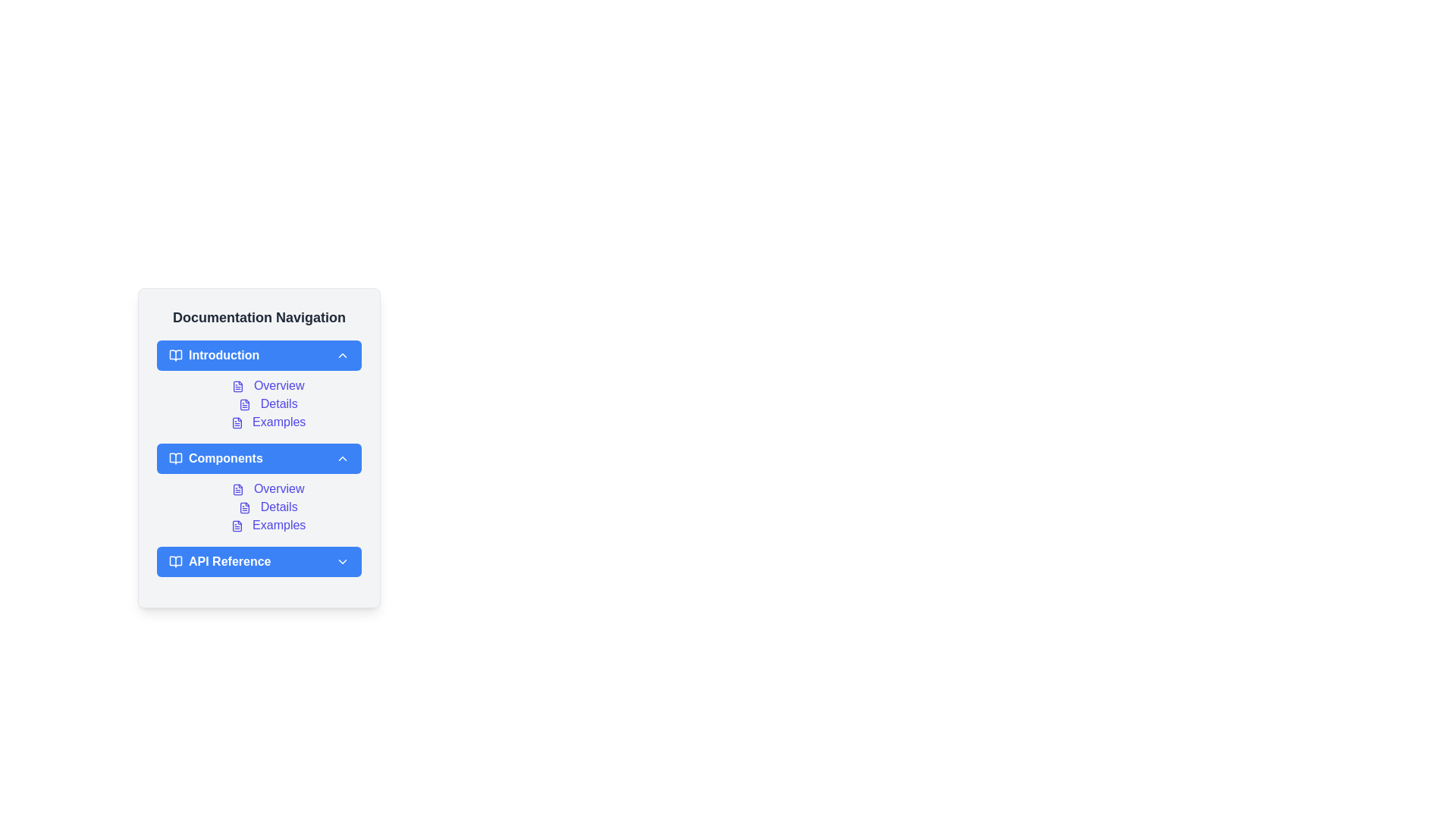  What do you see at coordinates (259, 458) in the screenshot?
I see `the toggle button for the 'Components' section located in the middle of the sidebar, positioned between 'Introduction' and 'API Reference'` at bounding box center [259, 458].